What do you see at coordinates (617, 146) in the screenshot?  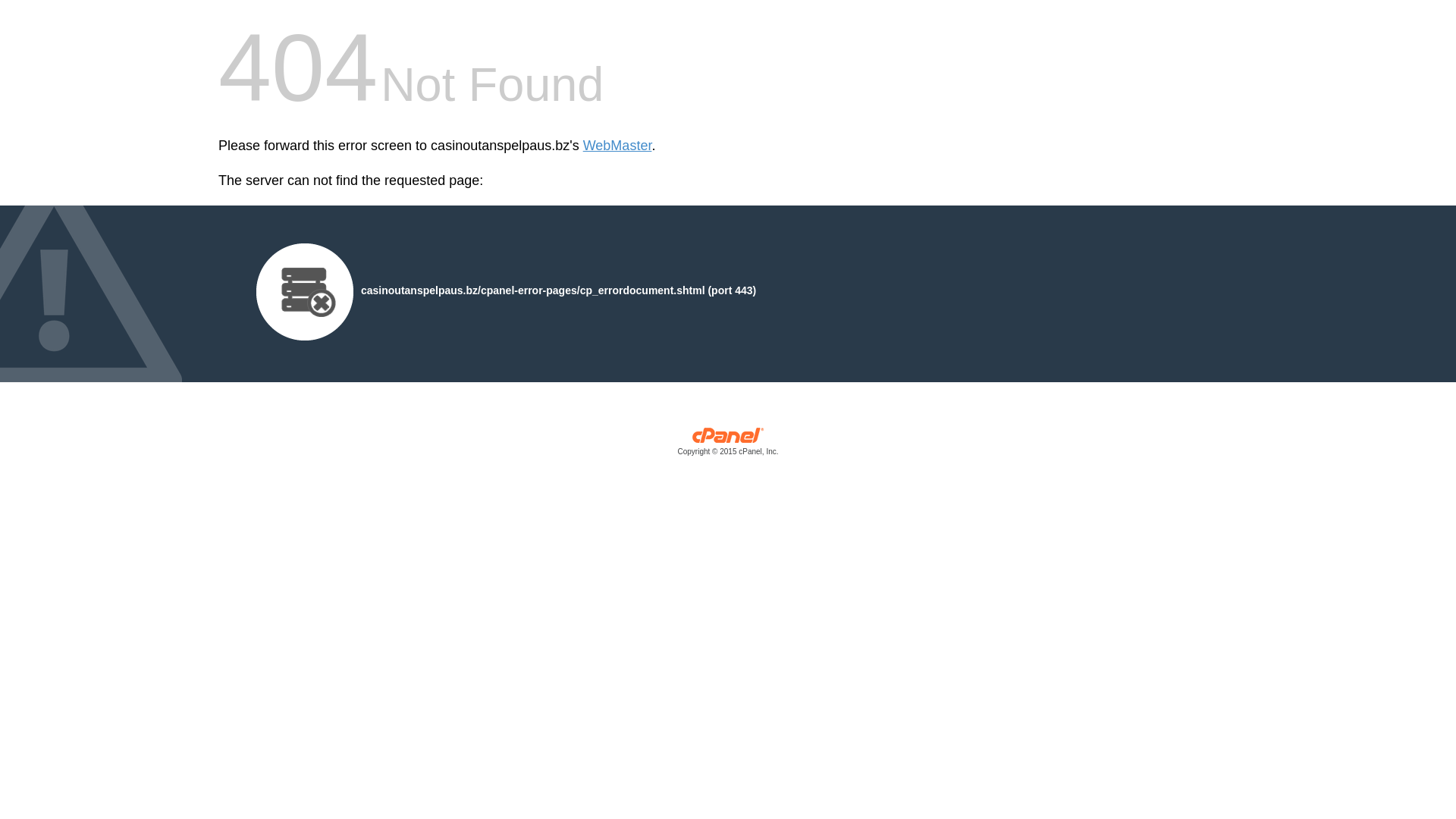 I see `'WebMaster'` at bounding box center [617, 146].